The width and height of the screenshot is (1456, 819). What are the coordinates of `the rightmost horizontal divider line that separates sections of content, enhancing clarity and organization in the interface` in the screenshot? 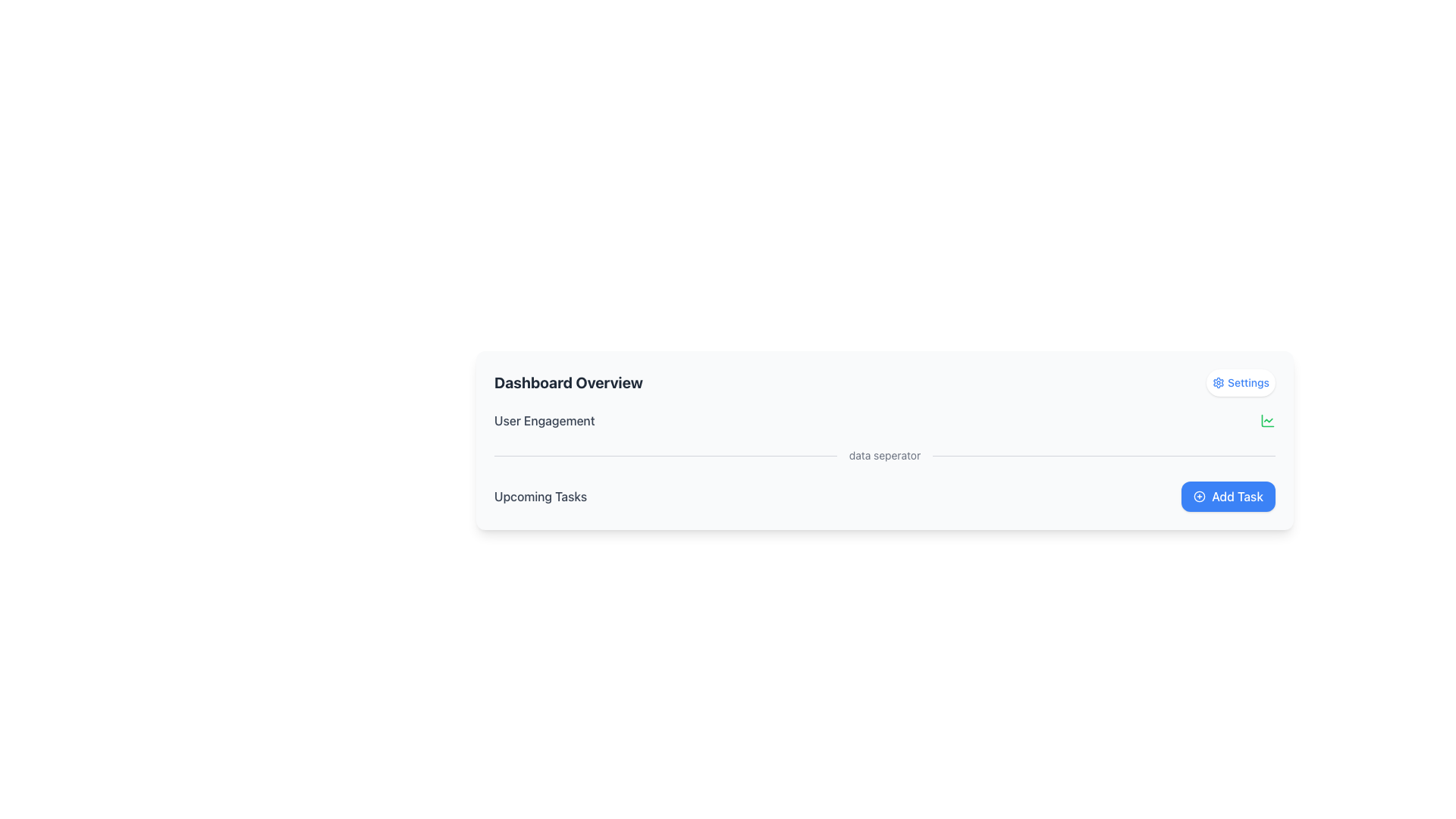 It's located at (1104, 455).